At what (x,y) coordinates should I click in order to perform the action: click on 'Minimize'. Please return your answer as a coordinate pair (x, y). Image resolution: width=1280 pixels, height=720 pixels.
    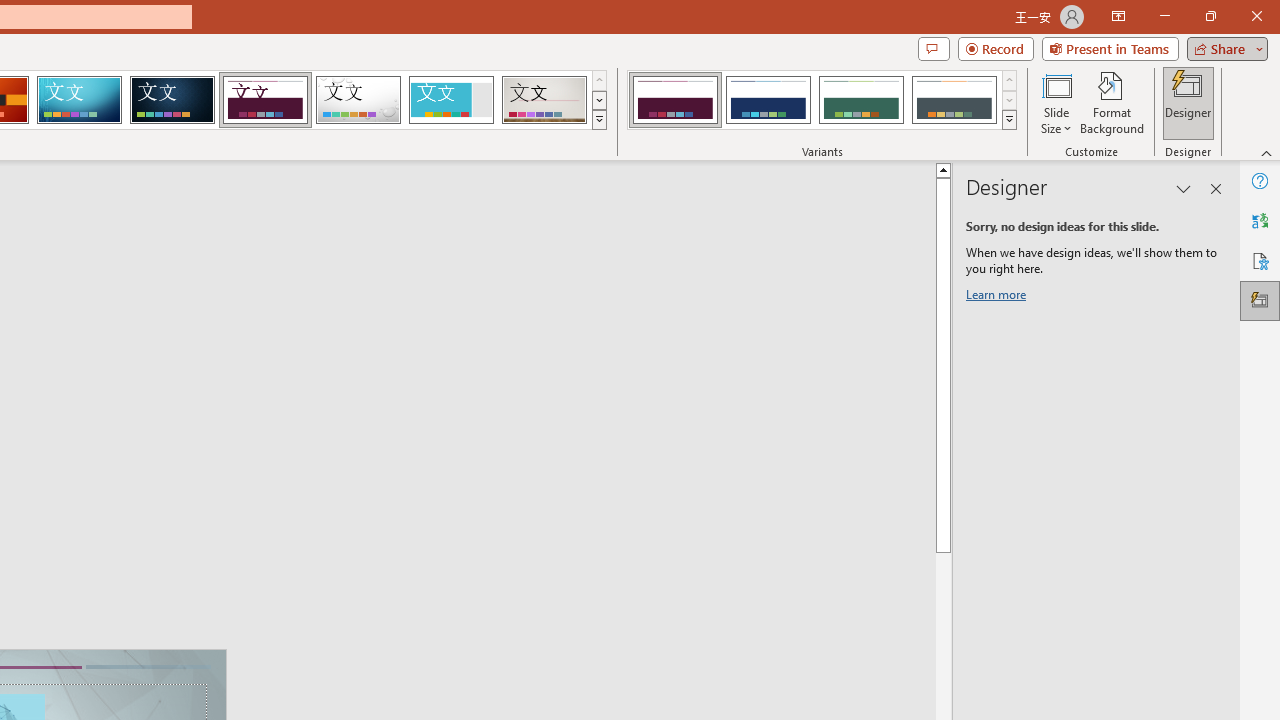
    Looking at the image, I should click on (1164, 16).